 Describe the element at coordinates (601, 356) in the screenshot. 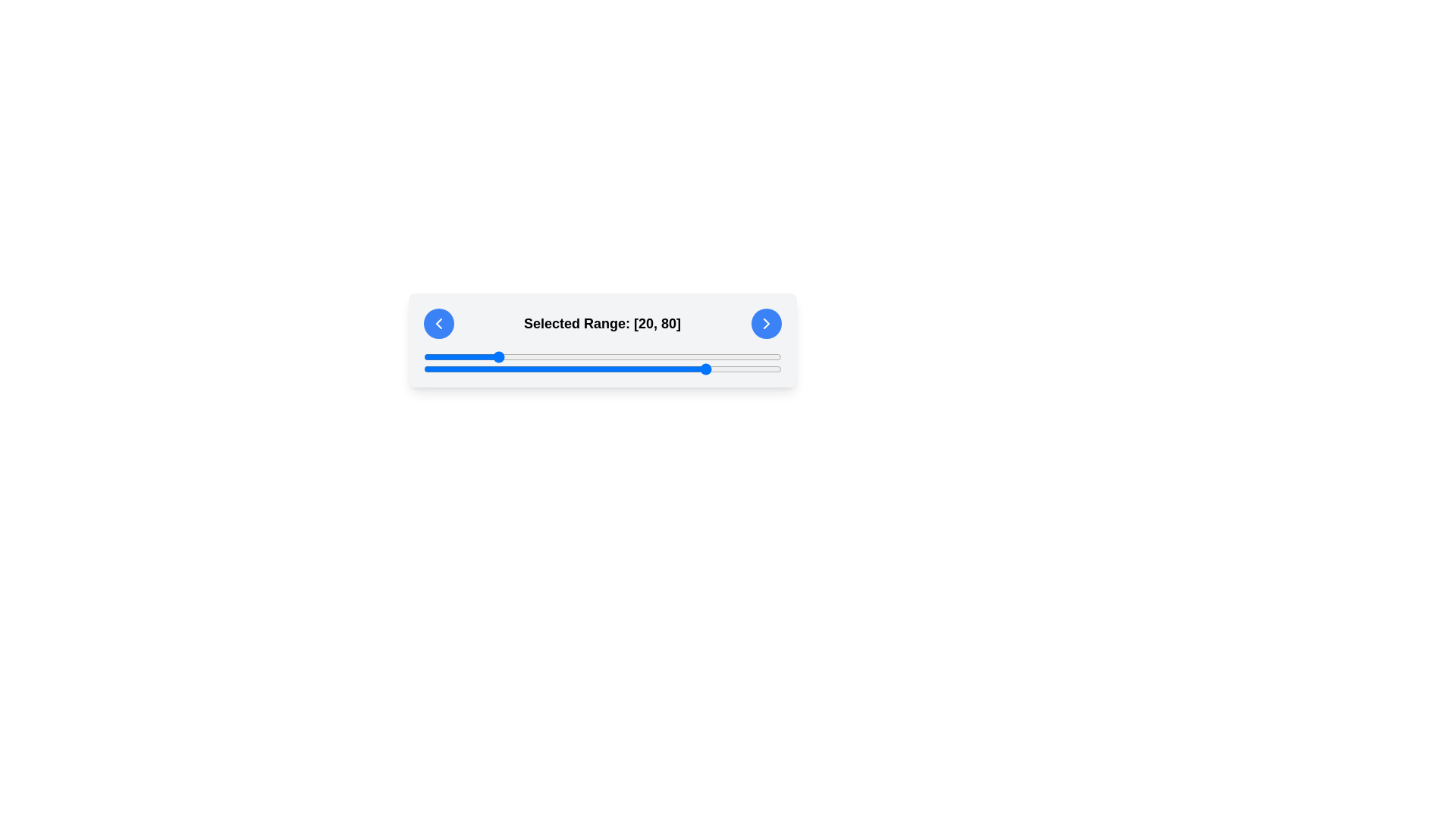

I see `the blue slider knob of the first range slider located beneath the 'Selected Range: [20, 80]' text to move it` at that location.